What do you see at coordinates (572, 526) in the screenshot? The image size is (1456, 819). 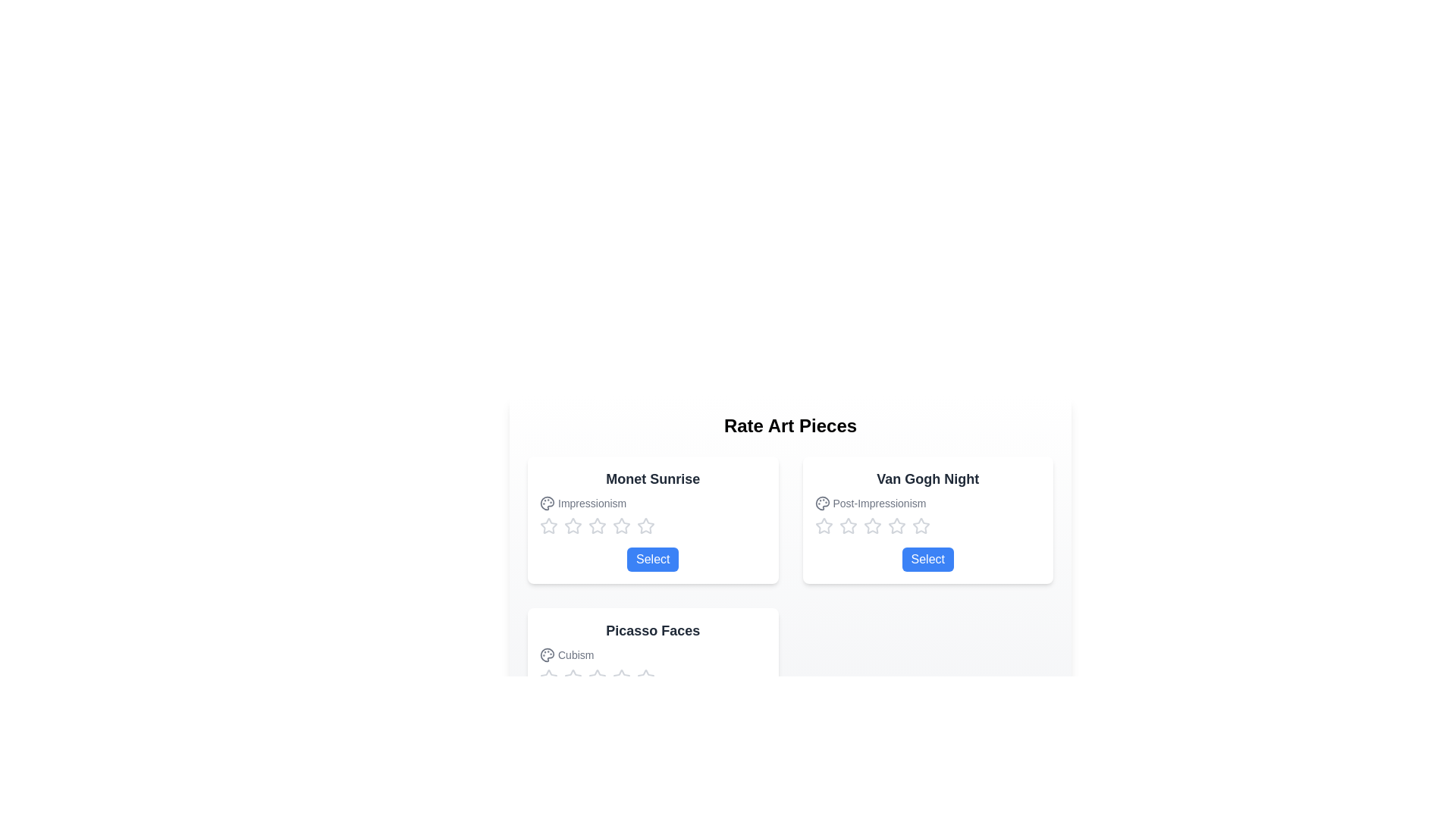 I see `the third star icon in the rating section of the 'Monet Sunrise' card` at bounding box center [572, 526].